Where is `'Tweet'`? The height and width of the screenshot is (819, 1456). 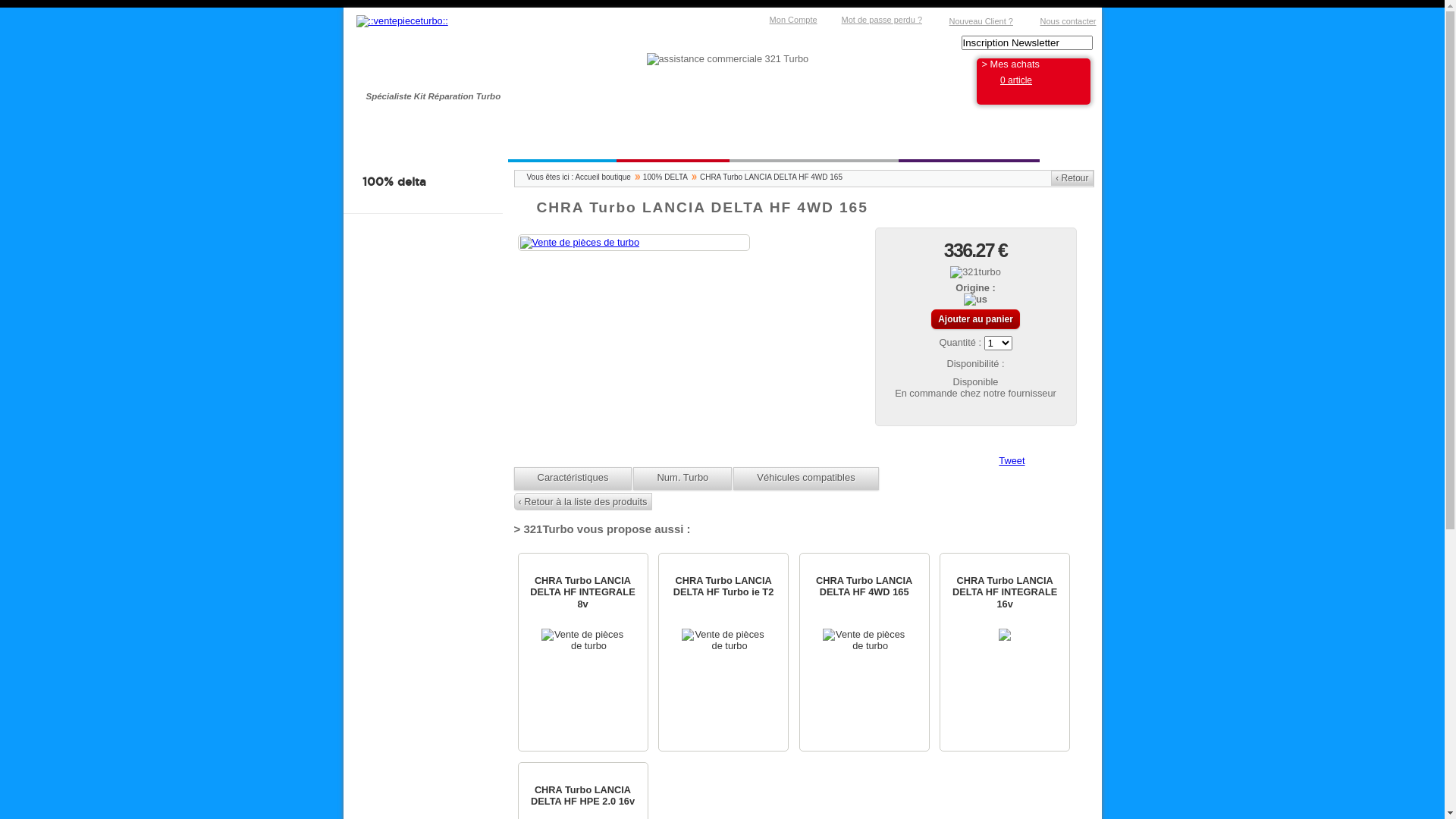 'Tweet' is located at coordinates (998, 460).